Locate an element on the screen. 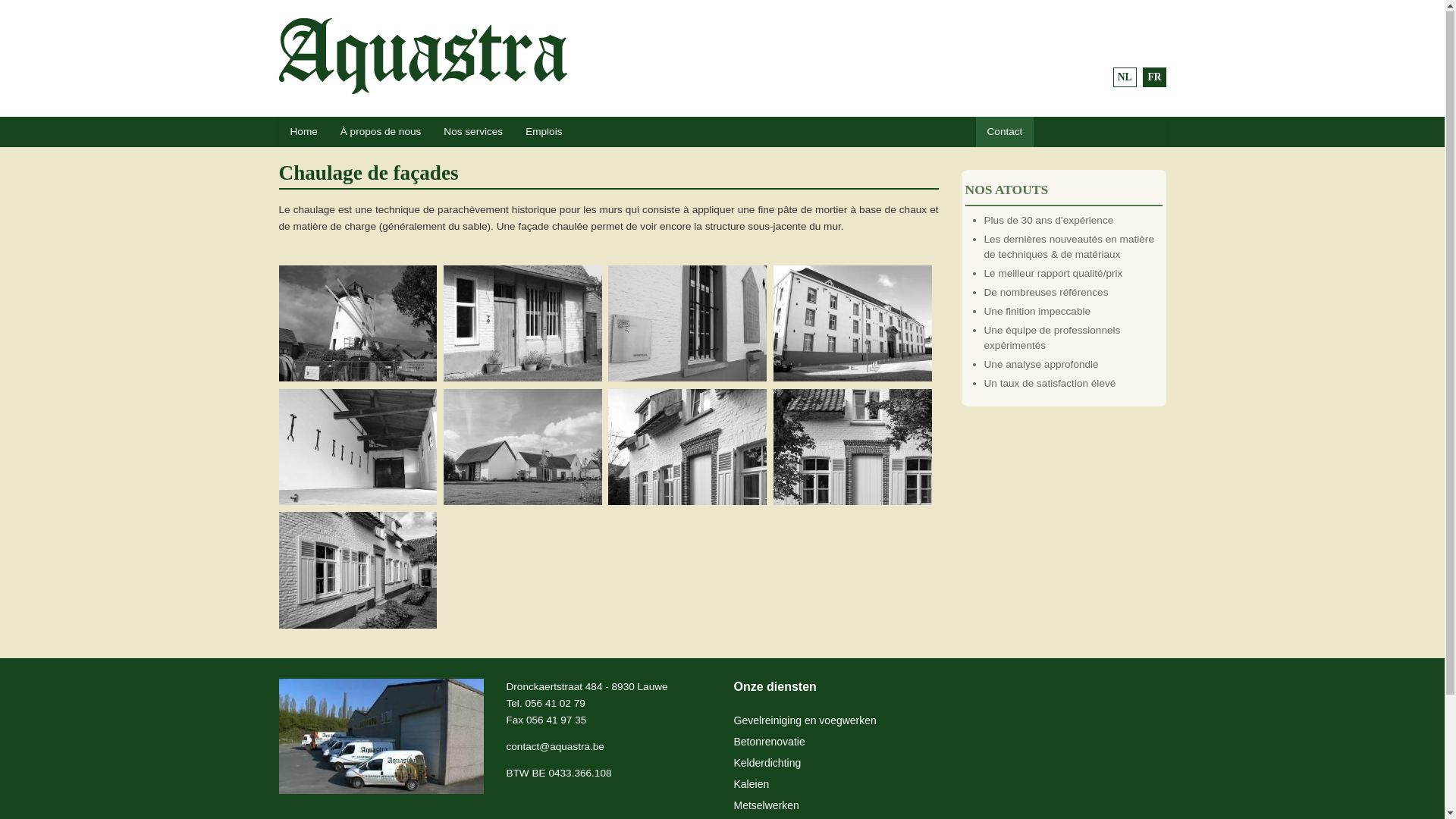 Image resolution: width=1456 pixels, height=819 pixels. 'Betonrenovatie' is located at coordinates (769, 742).